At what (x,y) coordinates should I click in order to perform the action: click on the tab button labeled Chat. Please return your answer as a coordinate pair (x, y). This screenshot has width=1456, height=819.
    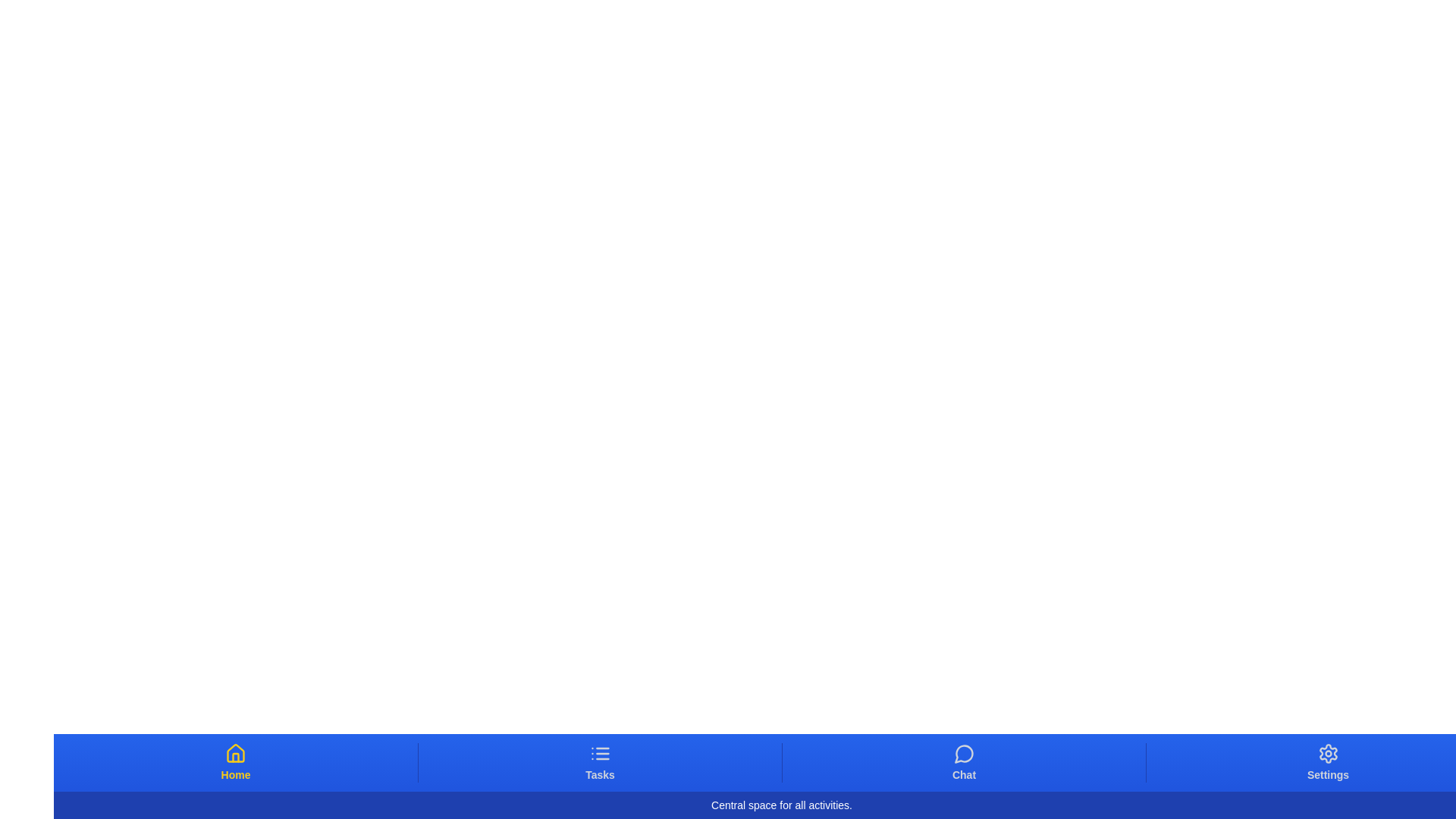
    Looking at the image, I should click on (963, 763).